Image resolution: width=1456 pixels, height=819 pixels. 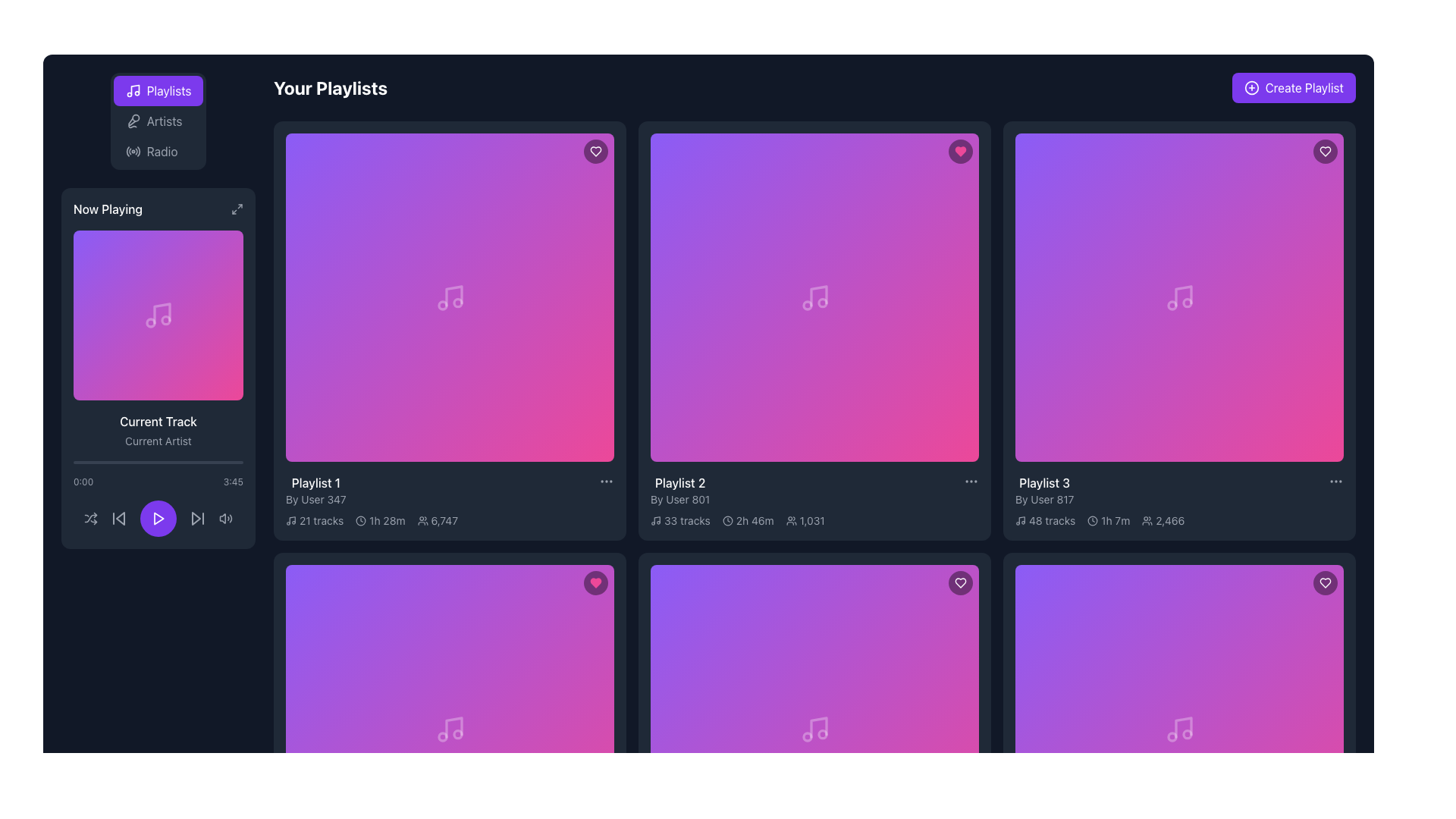 I want to click on text label that indicates the count of audio tracks in the associated playlist, located under the first playlist card in the top-left section of the grid area, so click(x=314, y=519).